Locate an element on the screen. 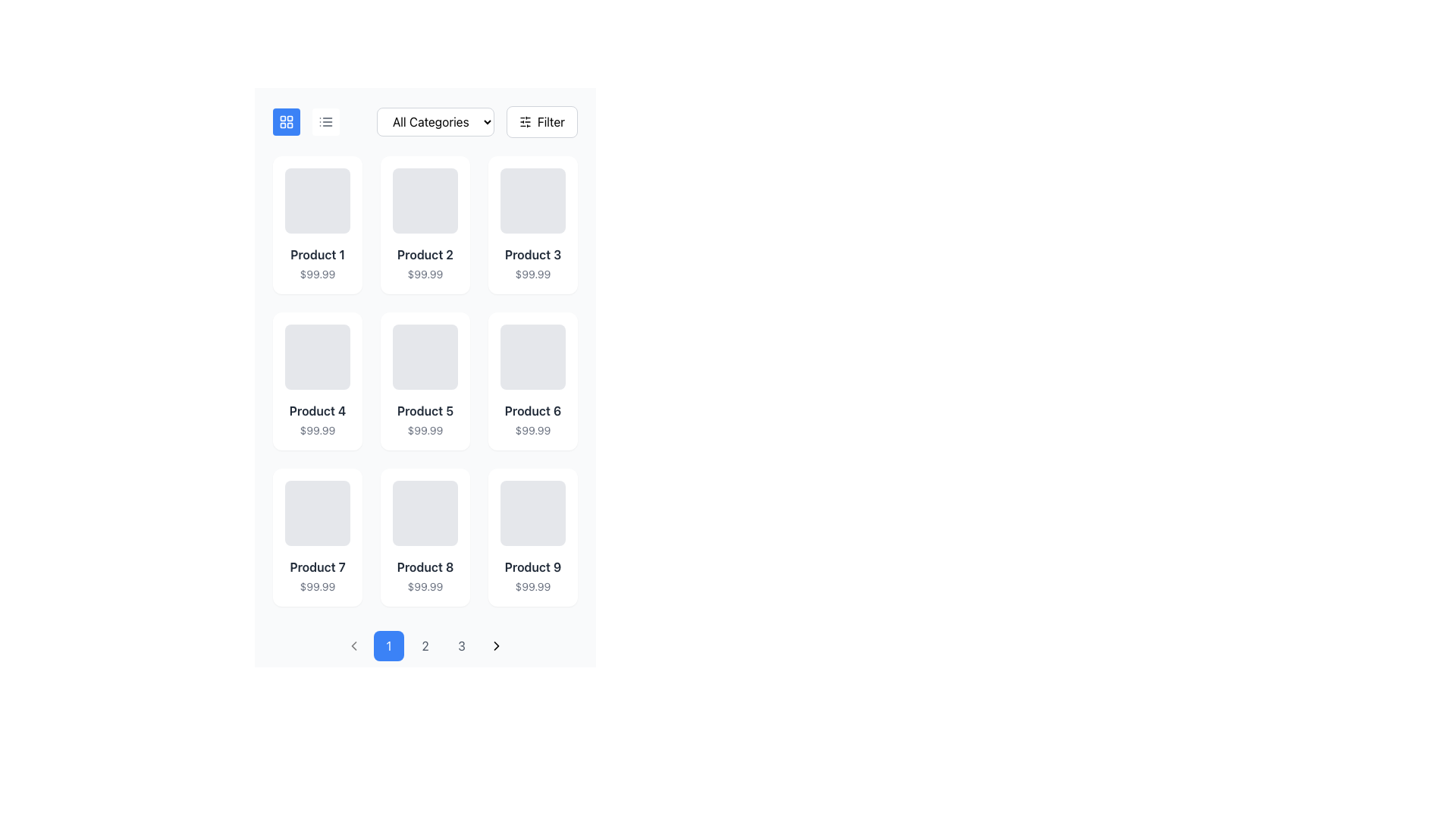  the text block that presents the title and price of a product, located in the central column of the grid layout on the second row beneath the image area is located at coordinates (425, 420).